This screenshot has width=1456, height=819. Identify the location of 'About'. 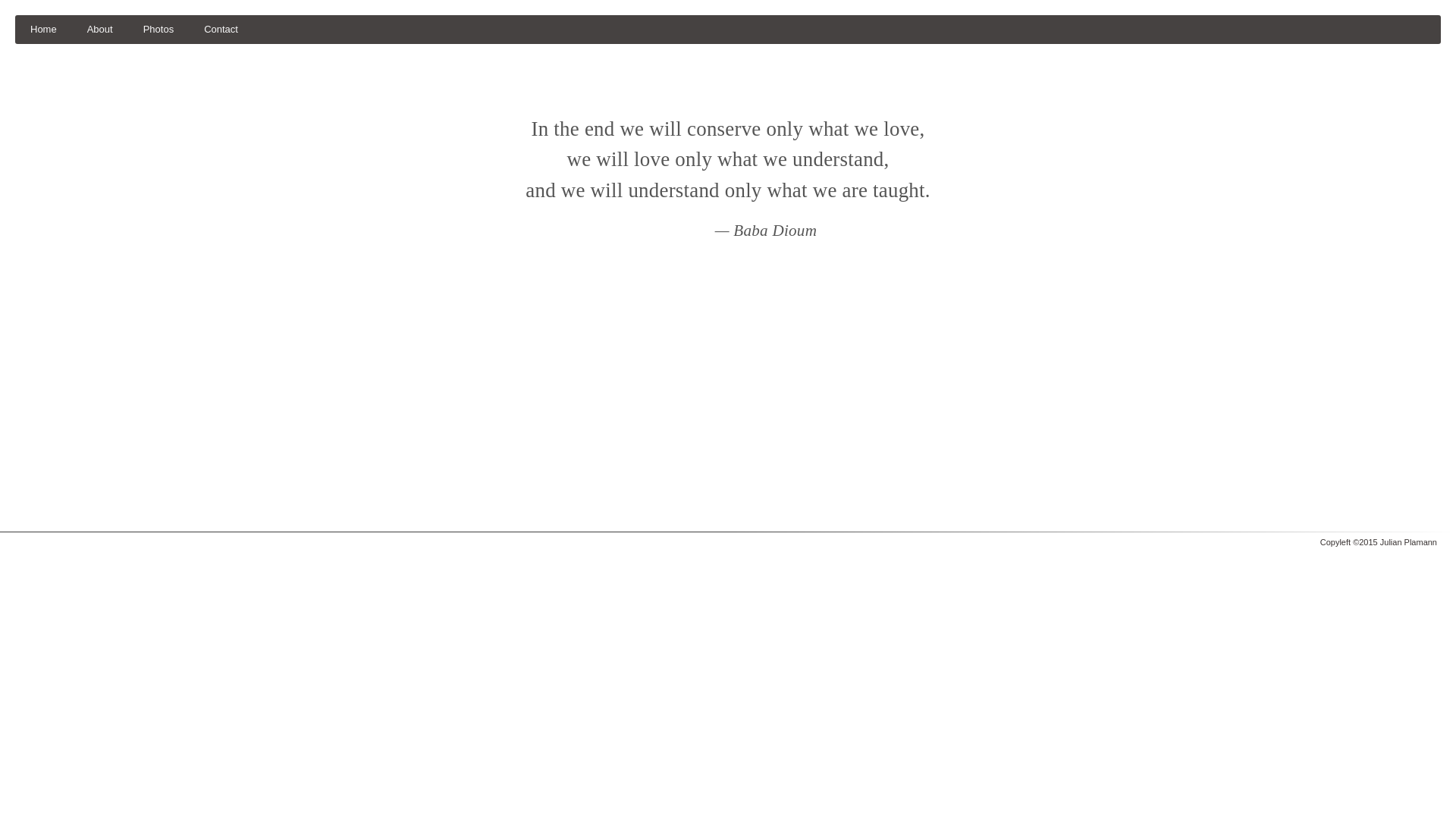
(71, 29).